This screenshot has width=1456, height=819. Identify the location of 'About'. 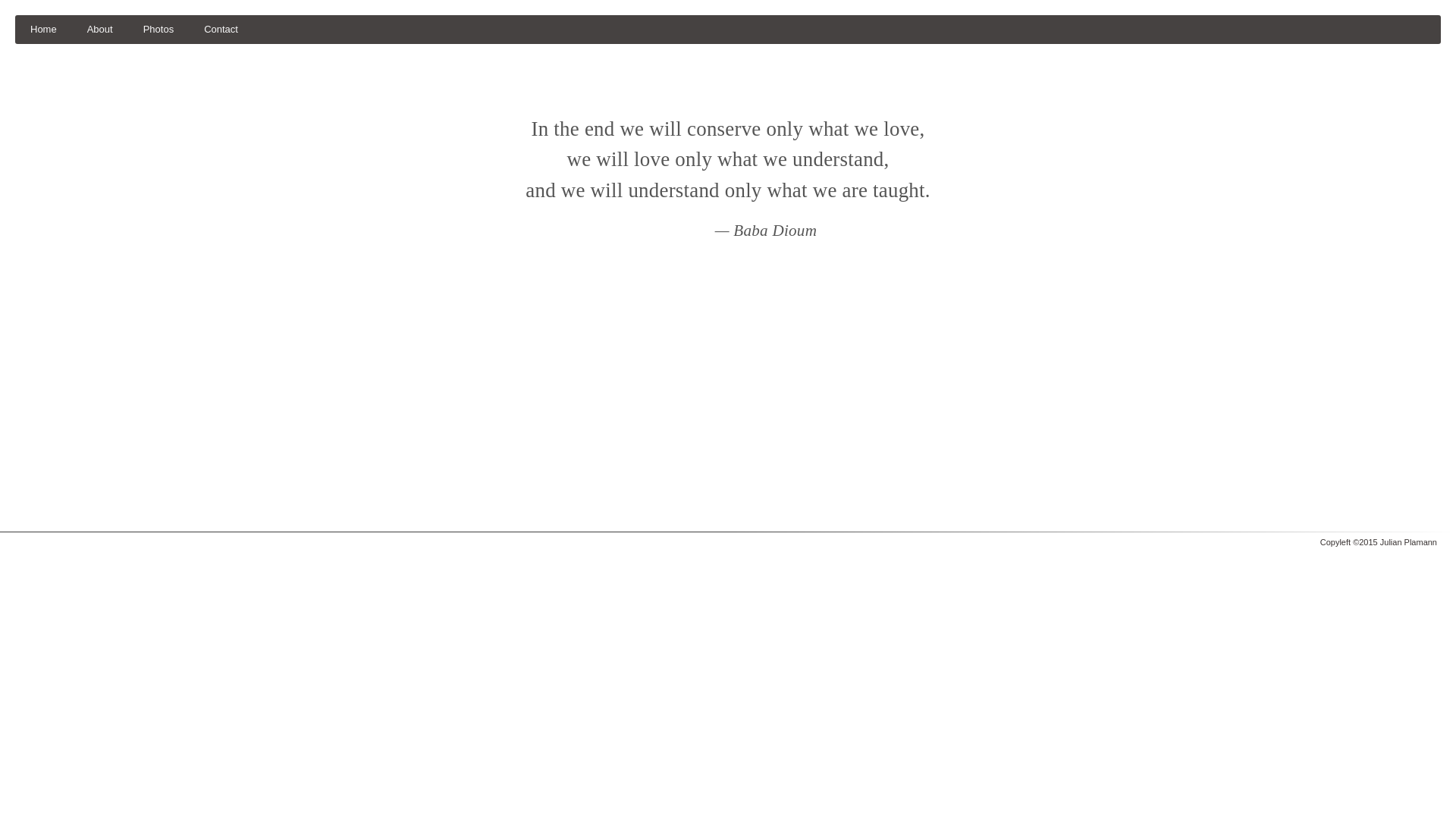
(71, 29).